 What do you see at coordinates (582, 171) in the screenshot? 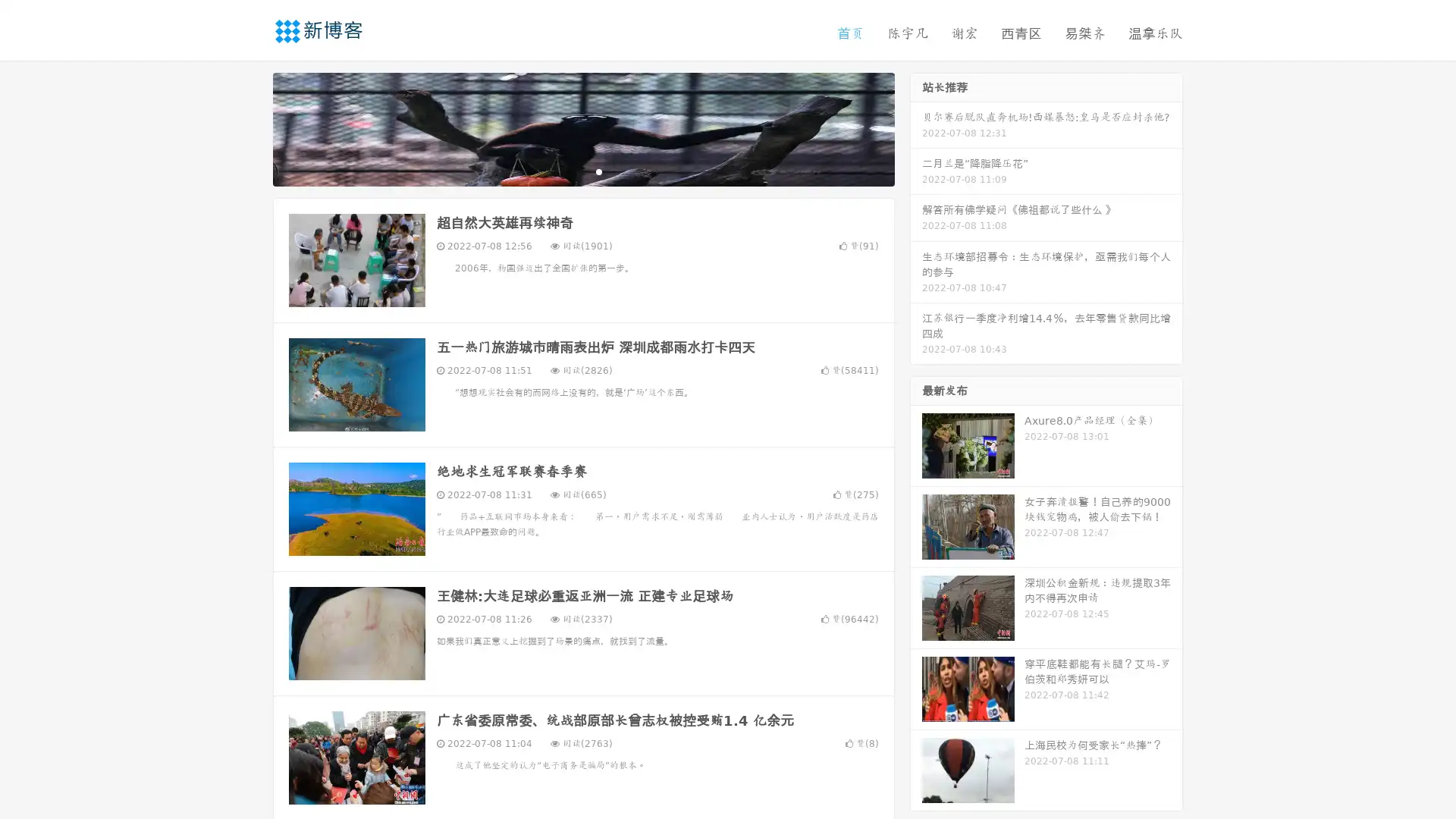
I see `Go to slide 2` at bounding box center [582, 171].